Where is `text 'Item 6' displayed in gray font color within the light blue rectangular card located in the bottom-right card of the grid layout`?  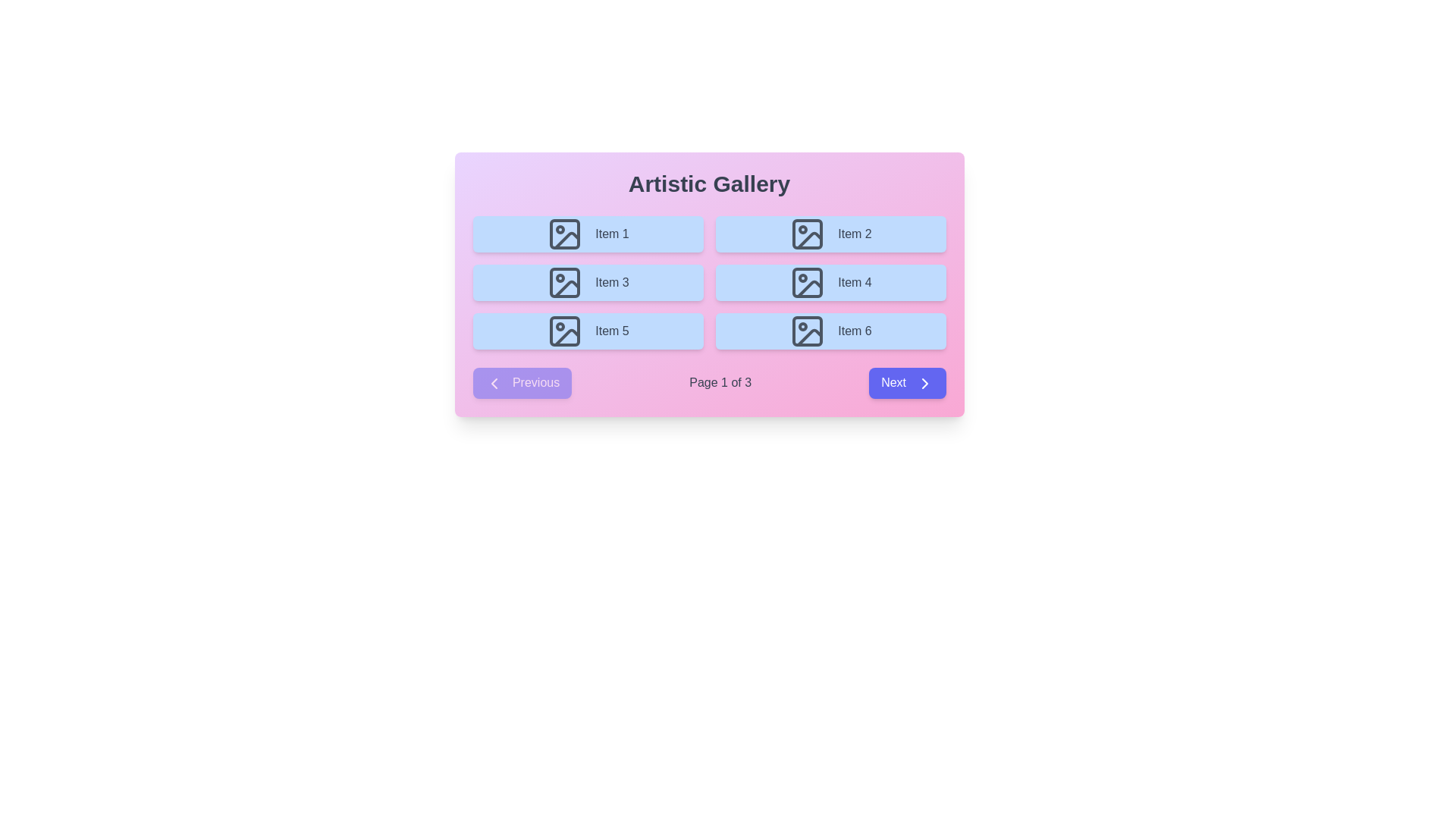 text 'Item 6' displayed in gray font color within the light blue rectangular card located in the bottom-right card of the grid layout is located at coordinates (855, 330).